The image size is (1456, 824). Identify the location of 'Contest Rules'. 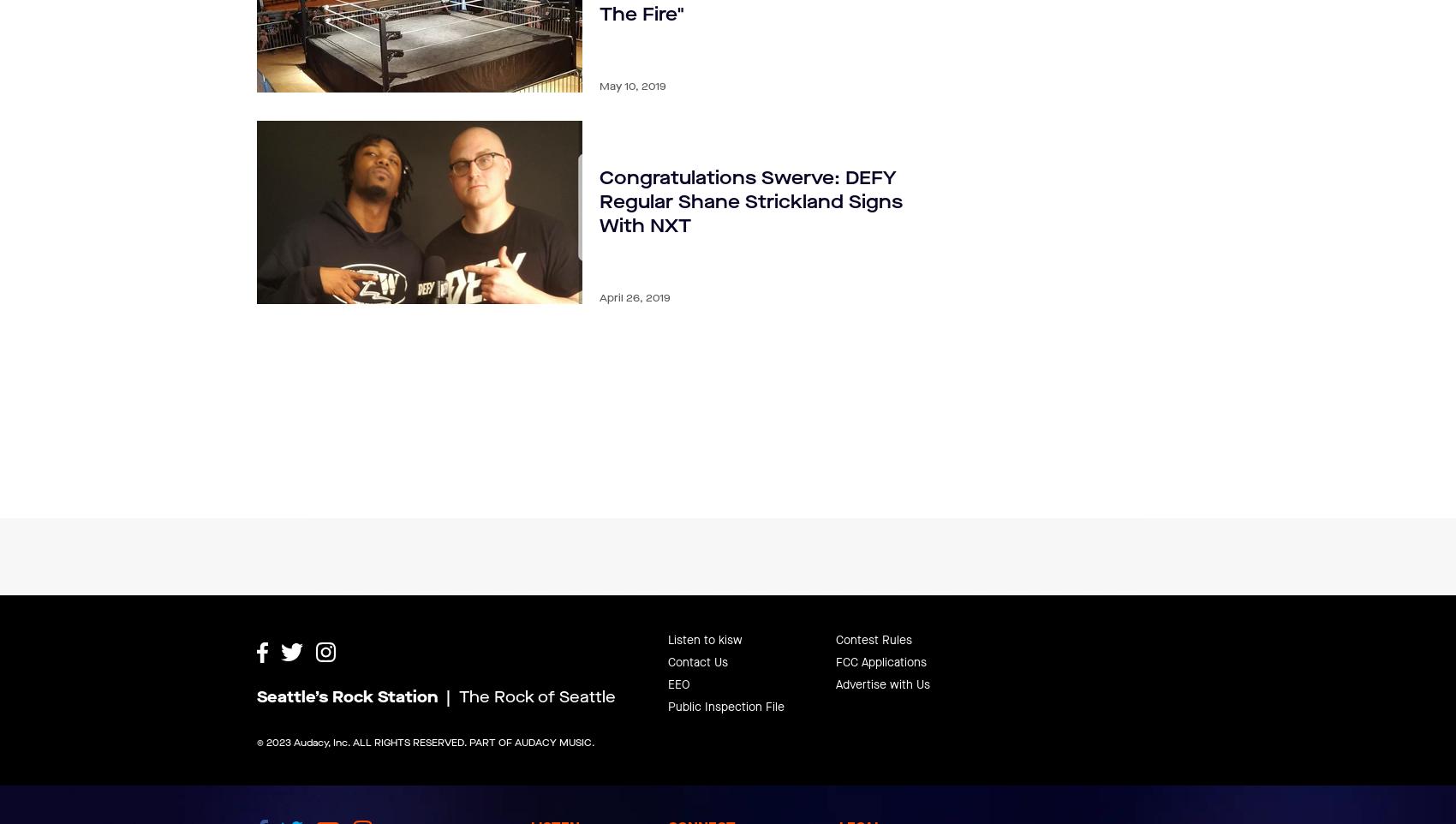
(873, 596).